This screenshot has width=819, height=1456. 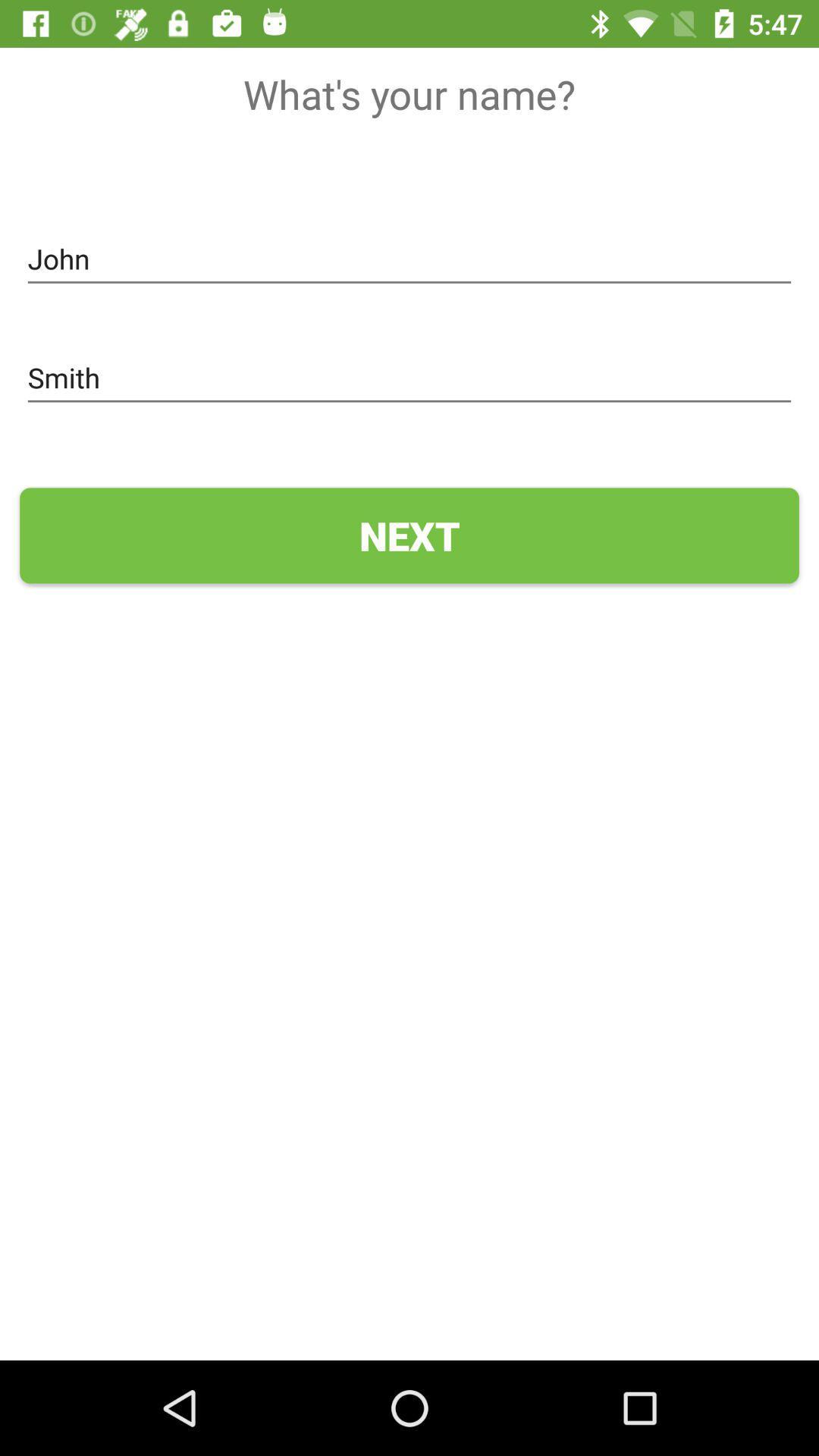 What do you see at coordinates (409, 535) in the screenshot?
I see `next icon` at bounding box center [409, 535].